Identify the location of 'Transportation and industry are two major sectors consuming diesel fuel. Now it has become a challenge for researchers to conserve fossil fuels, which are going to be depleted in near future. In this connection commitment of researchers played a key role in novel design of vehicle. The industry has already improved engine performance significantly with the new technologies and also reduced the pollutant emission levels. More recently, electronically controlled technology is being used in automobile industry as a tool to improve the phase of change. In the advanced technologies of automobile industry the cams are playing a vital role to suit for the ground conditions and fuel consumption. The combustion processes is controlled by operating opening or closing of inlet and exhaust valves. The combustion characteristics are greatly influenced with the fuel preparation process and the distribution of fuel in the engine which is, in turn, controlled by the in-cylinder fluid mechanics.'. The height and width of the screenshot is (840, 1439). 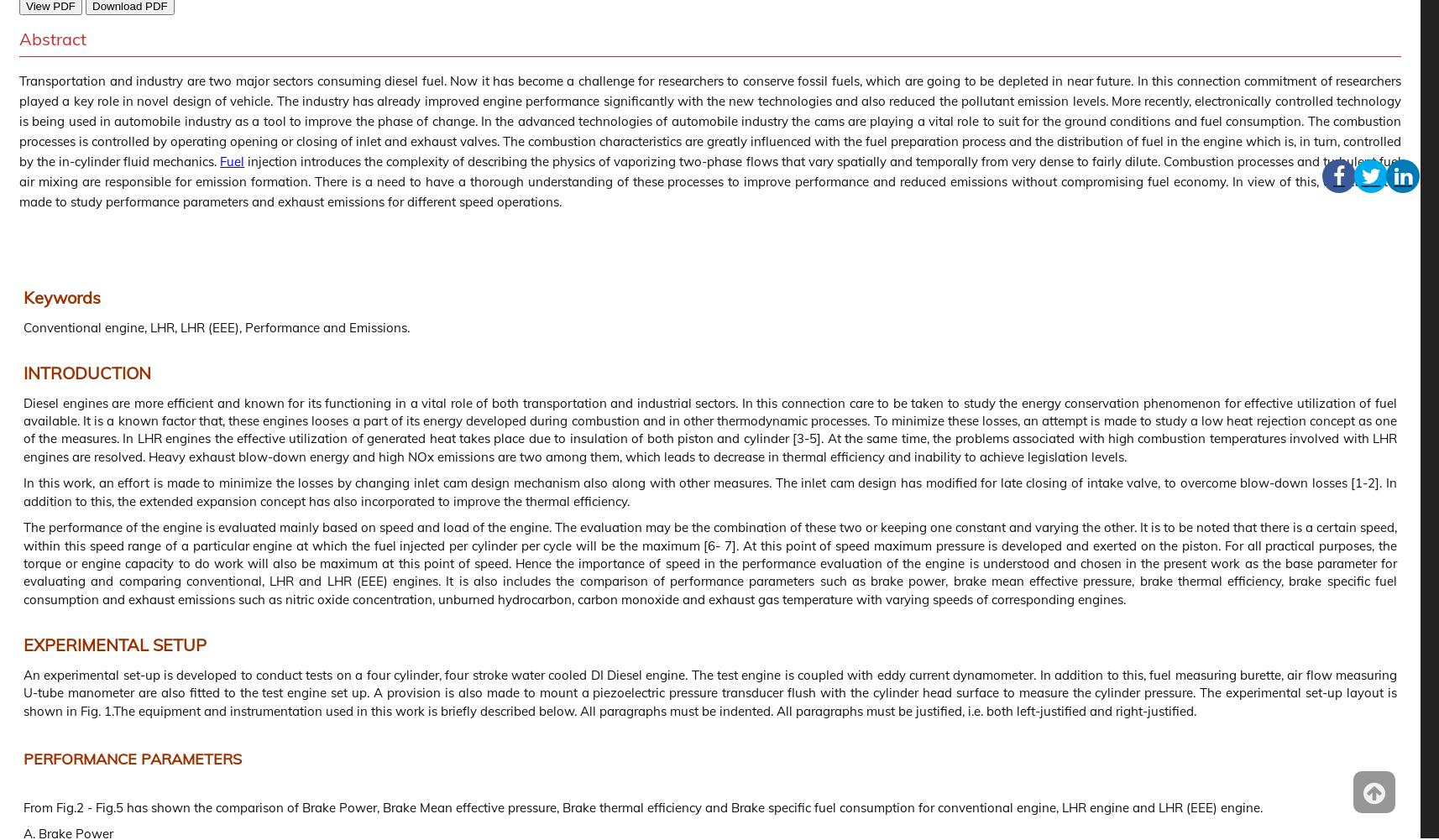
(710, 121).